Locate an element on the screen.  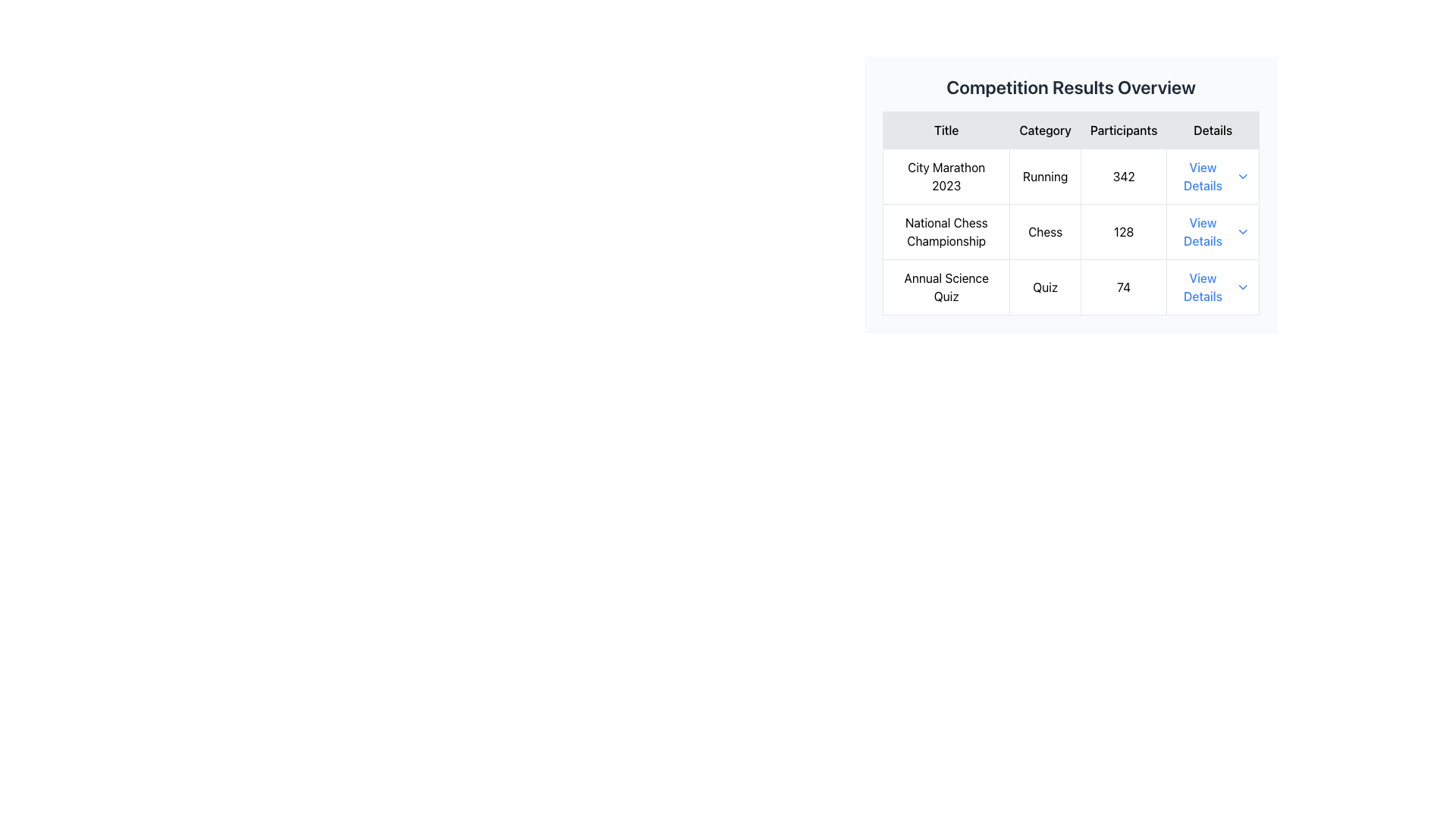
the 'View Details' interactive link in the 'Details' column for the row titled 'National Chess Championship' is located at coordinates (1212, 231).